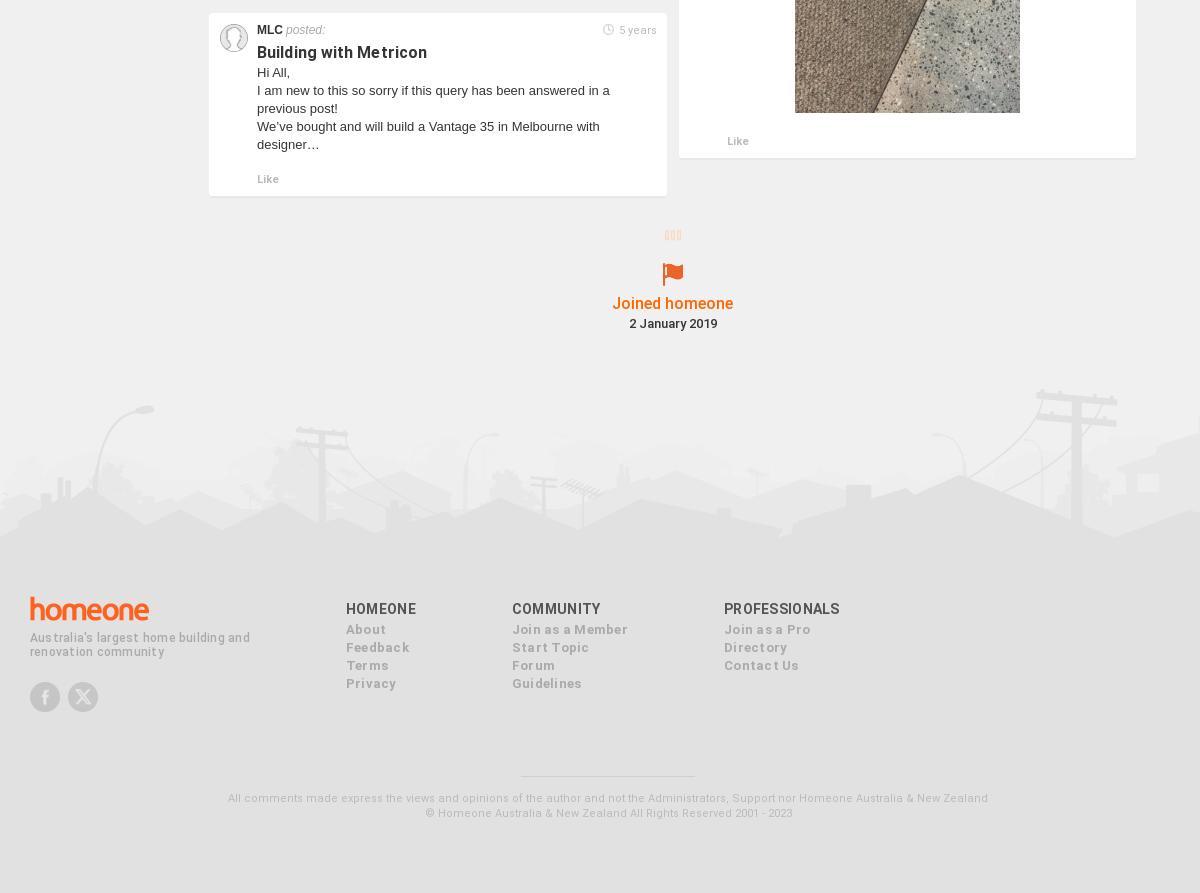  I want to click on 'Join as a Pro', so click(723, 597).